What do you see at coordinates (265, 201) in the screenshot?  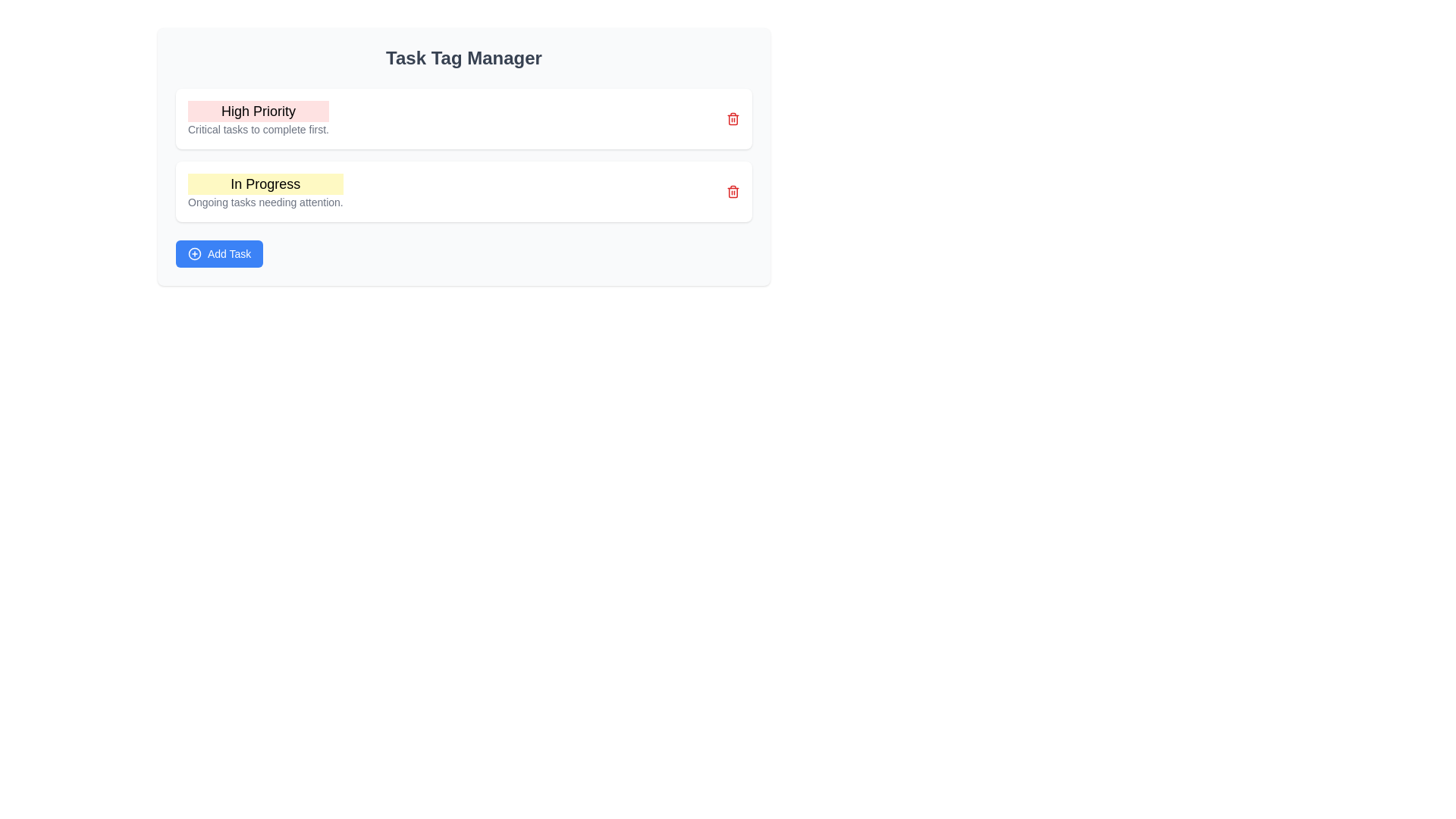 I see `the small gray text label positioned directly below the 'In Progress' heading with a yellow background` at bounding box center [265, 201].